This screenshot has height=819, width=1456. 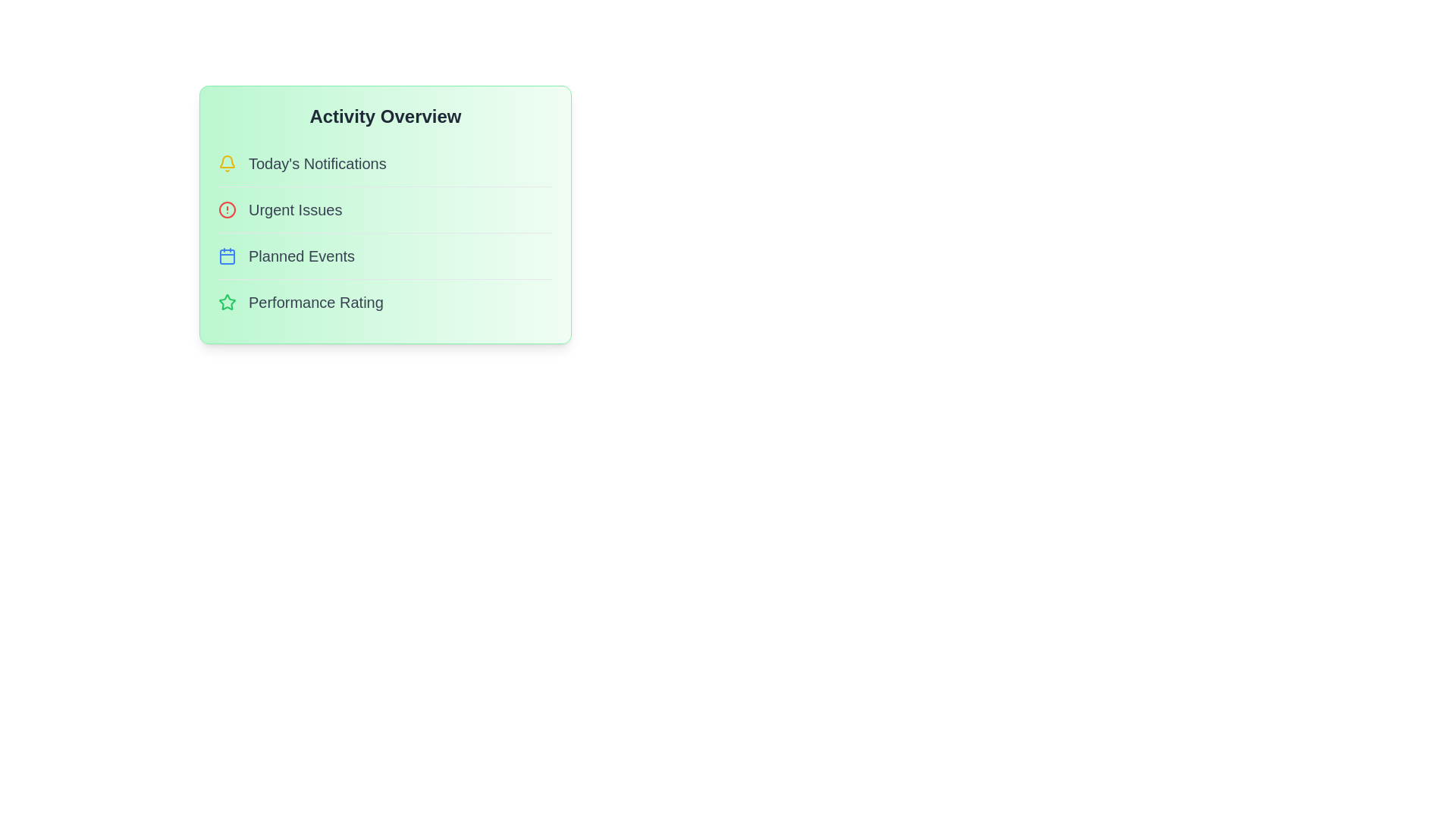 What do you see at coordinates (226, 162) in the screenshot?
I see `the decorative bell icon located to the left of the 'Today's Notifications' text in the activity overview component` at bounding box center [226, 162].